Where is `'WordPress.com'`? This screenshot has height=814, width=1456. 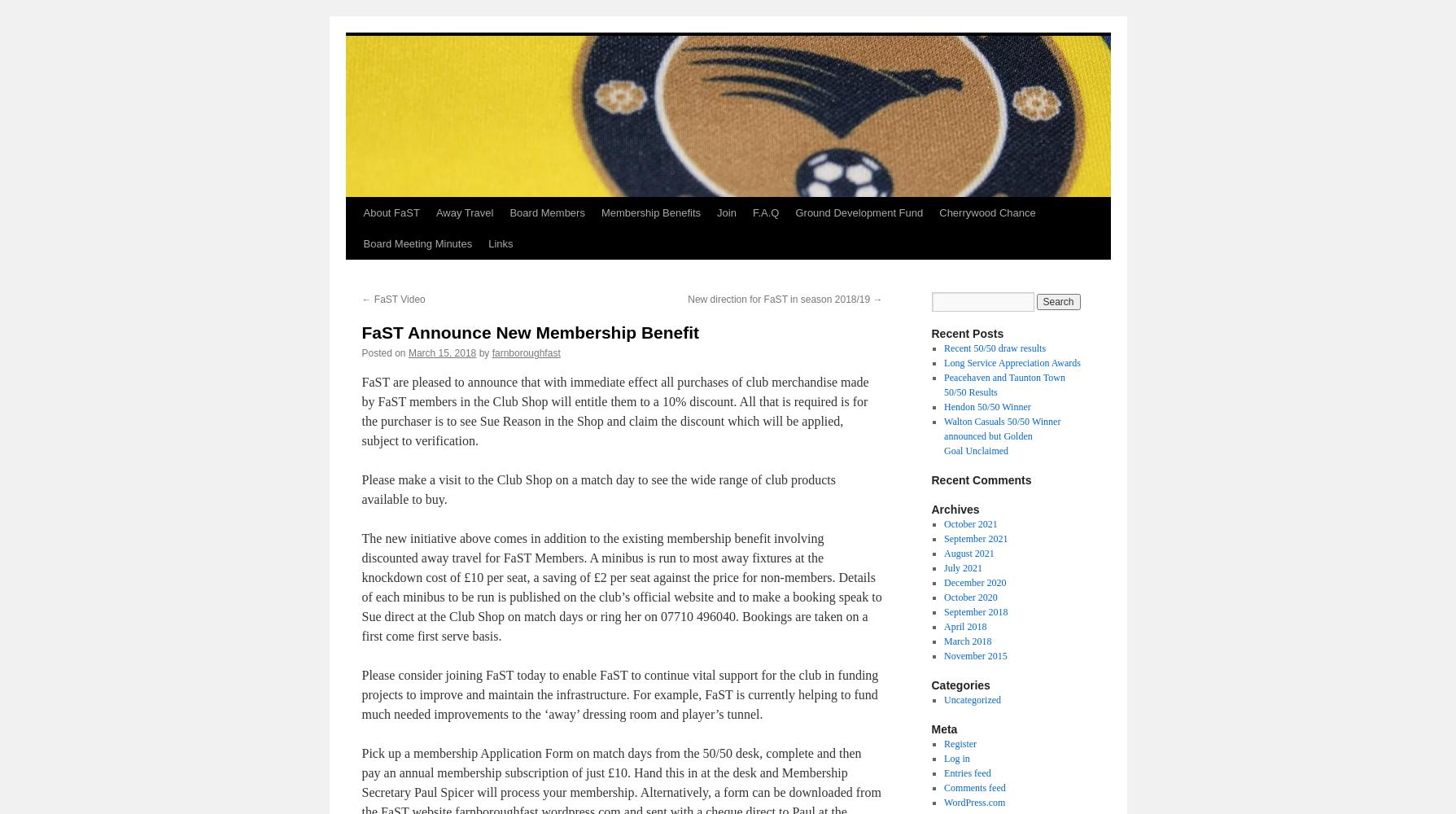
'WordPress.com' is located at coordinates (974, 802).